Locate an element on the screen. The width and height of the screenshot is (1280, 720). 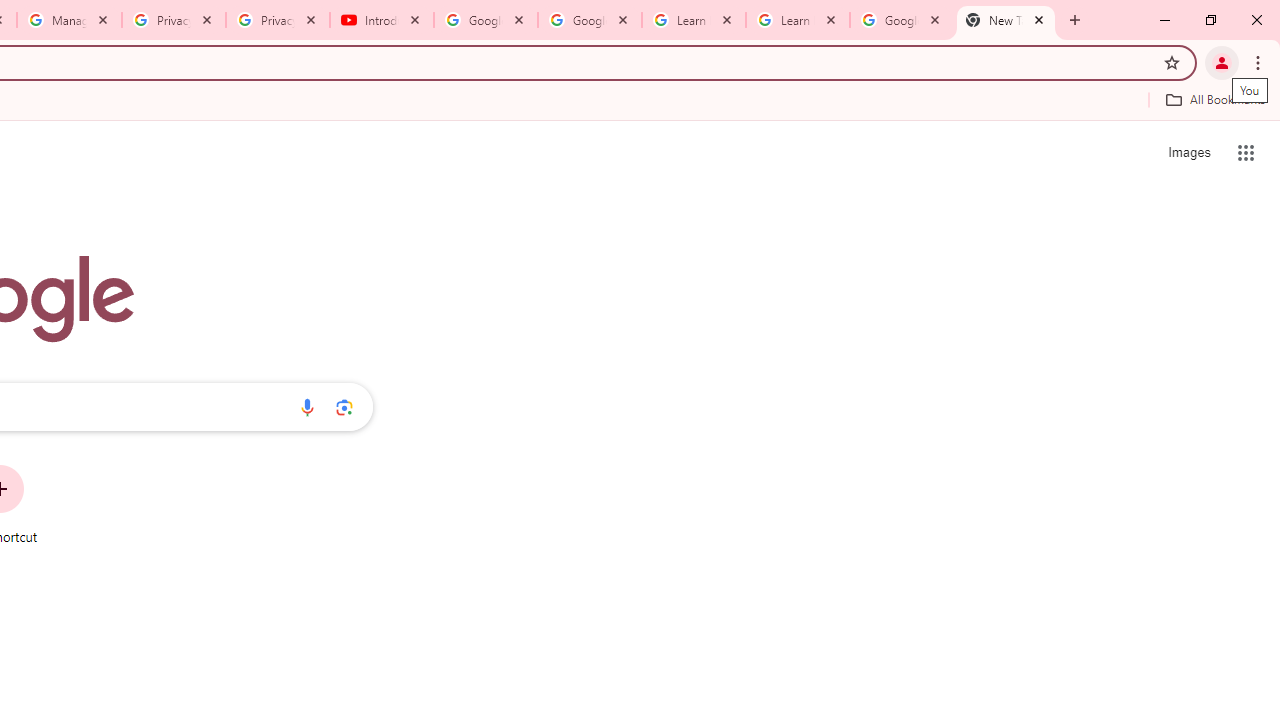
'Search by voice' is located at coordinates (306, 406).